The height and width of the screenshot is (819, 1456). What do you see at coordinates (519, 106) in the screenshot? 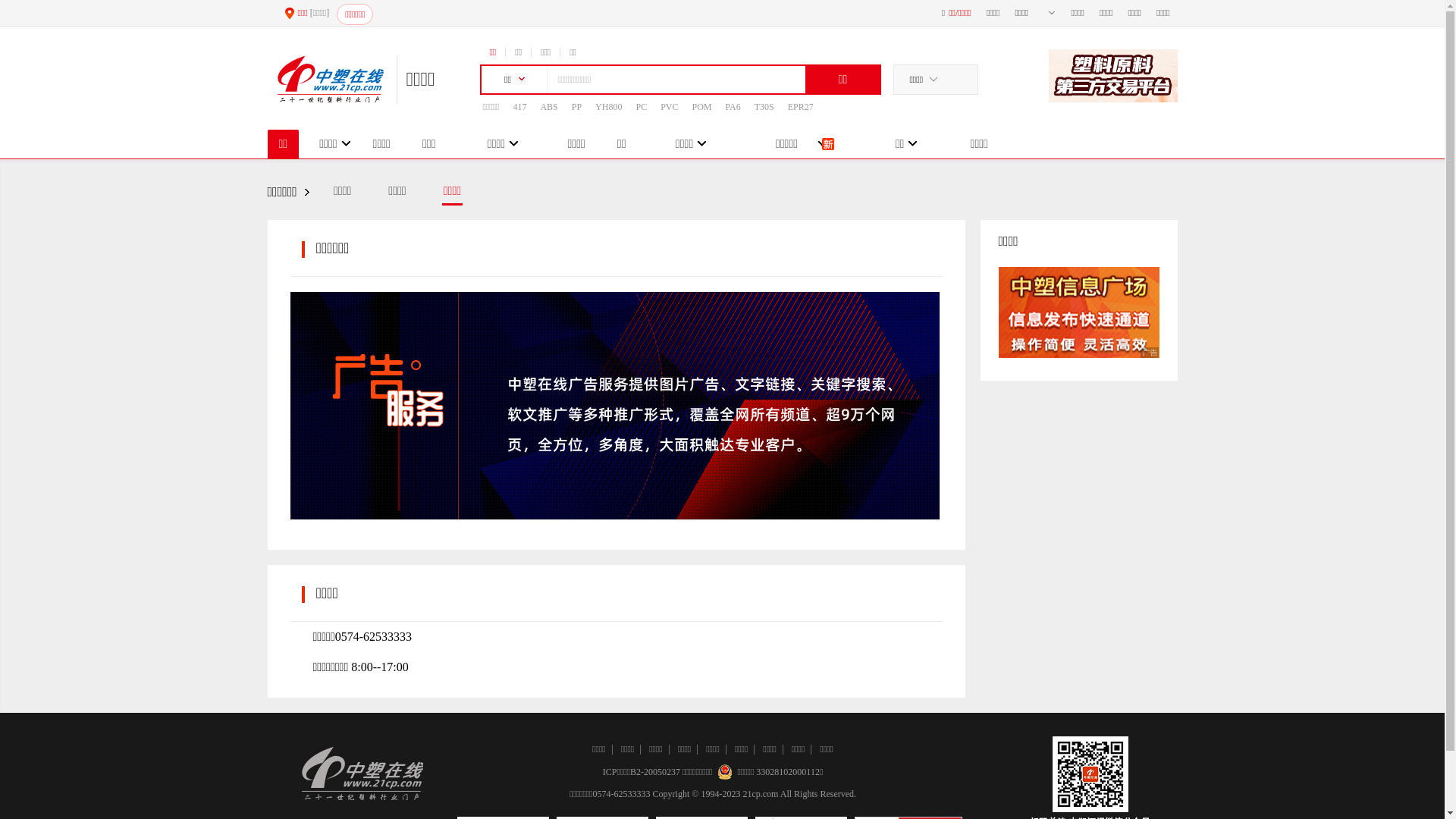
I see `'417'` at bounding box center [519, 106].